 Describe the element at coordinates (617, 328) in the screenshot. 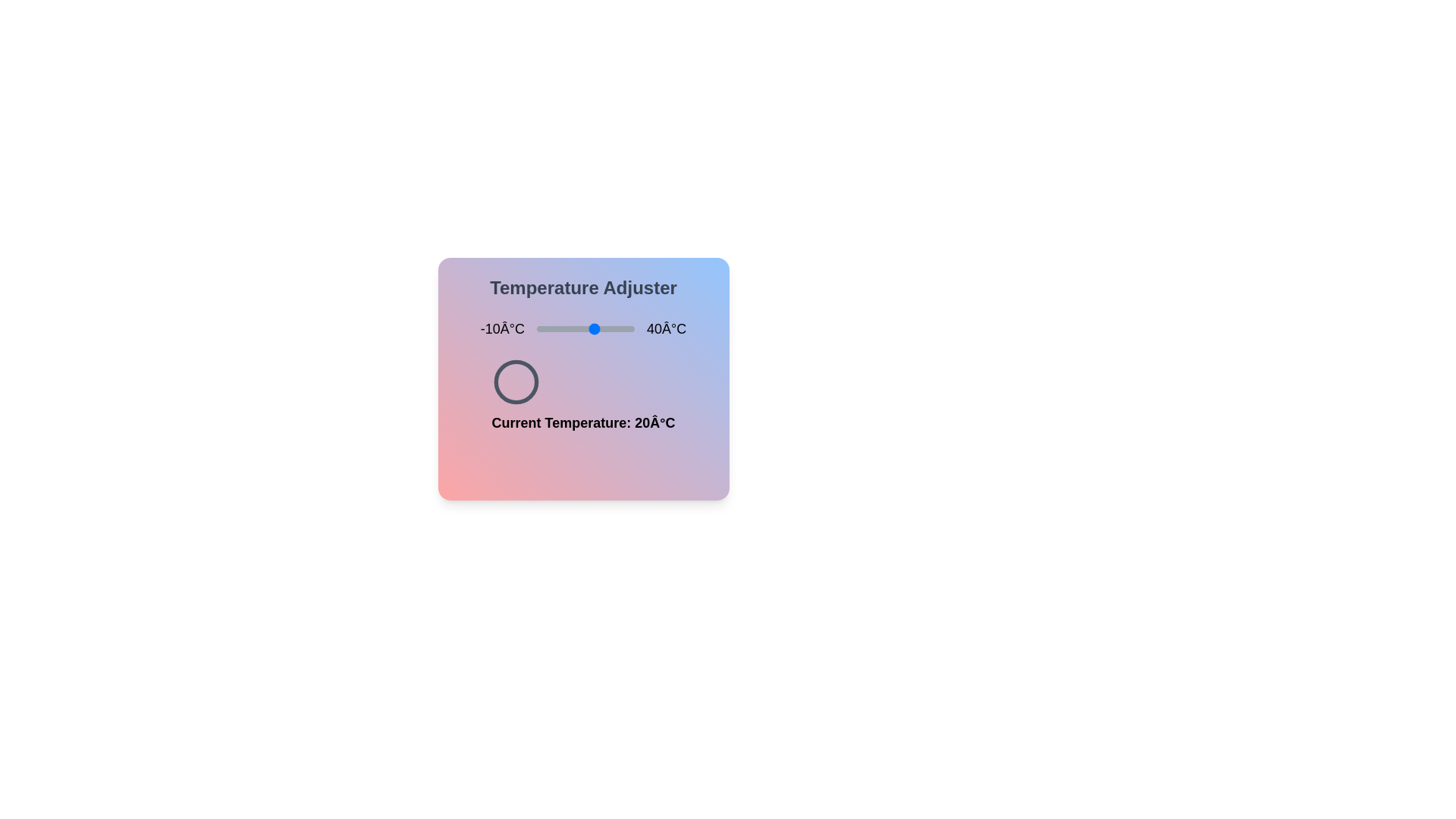

I see `the temperature slider to 31°C` at that location.